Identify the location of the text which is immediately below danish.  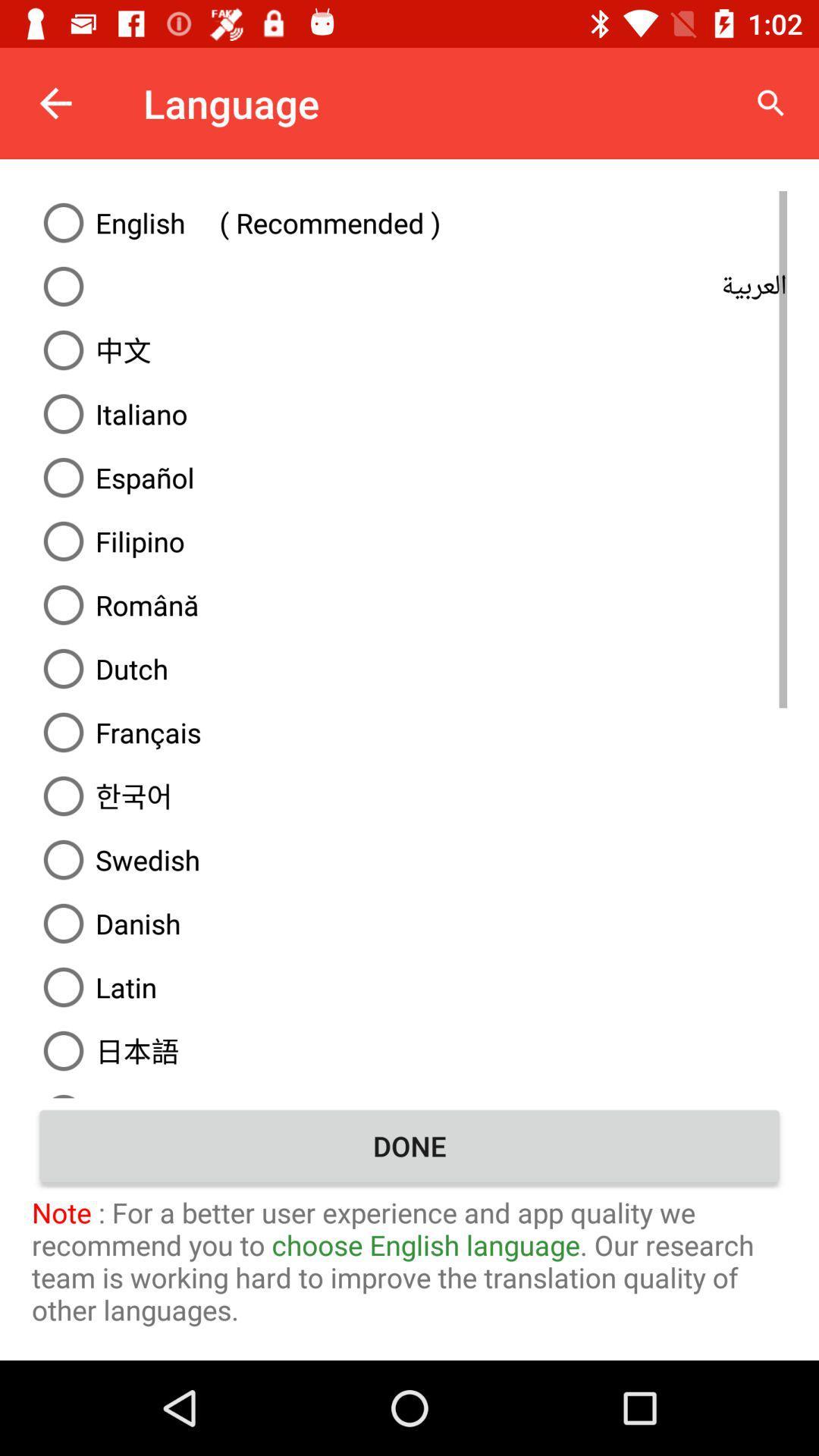
(409, 987).